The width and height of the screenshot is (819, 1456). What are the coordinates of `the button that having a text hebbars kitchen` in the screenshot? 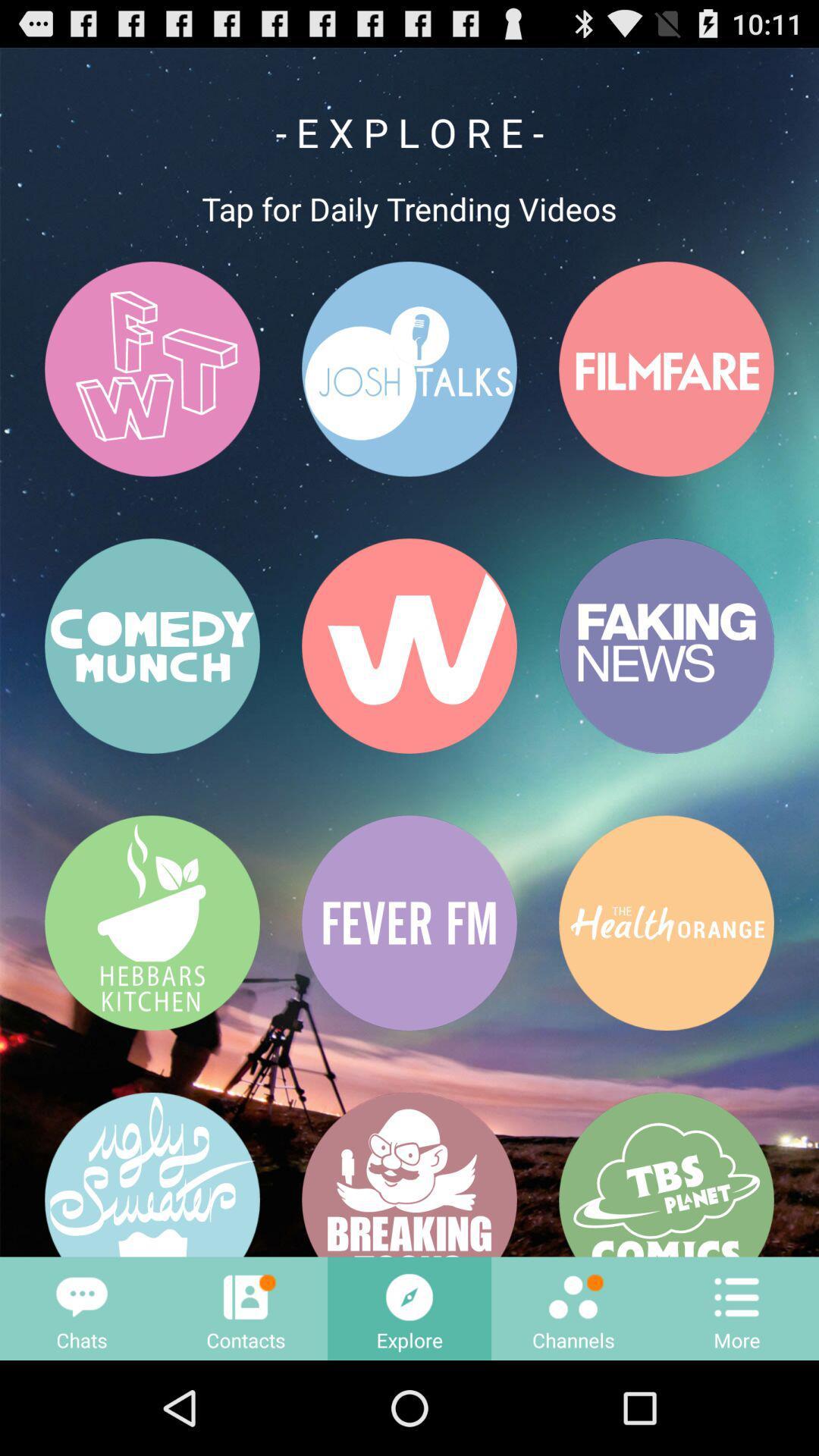 It's located at (152, 922).